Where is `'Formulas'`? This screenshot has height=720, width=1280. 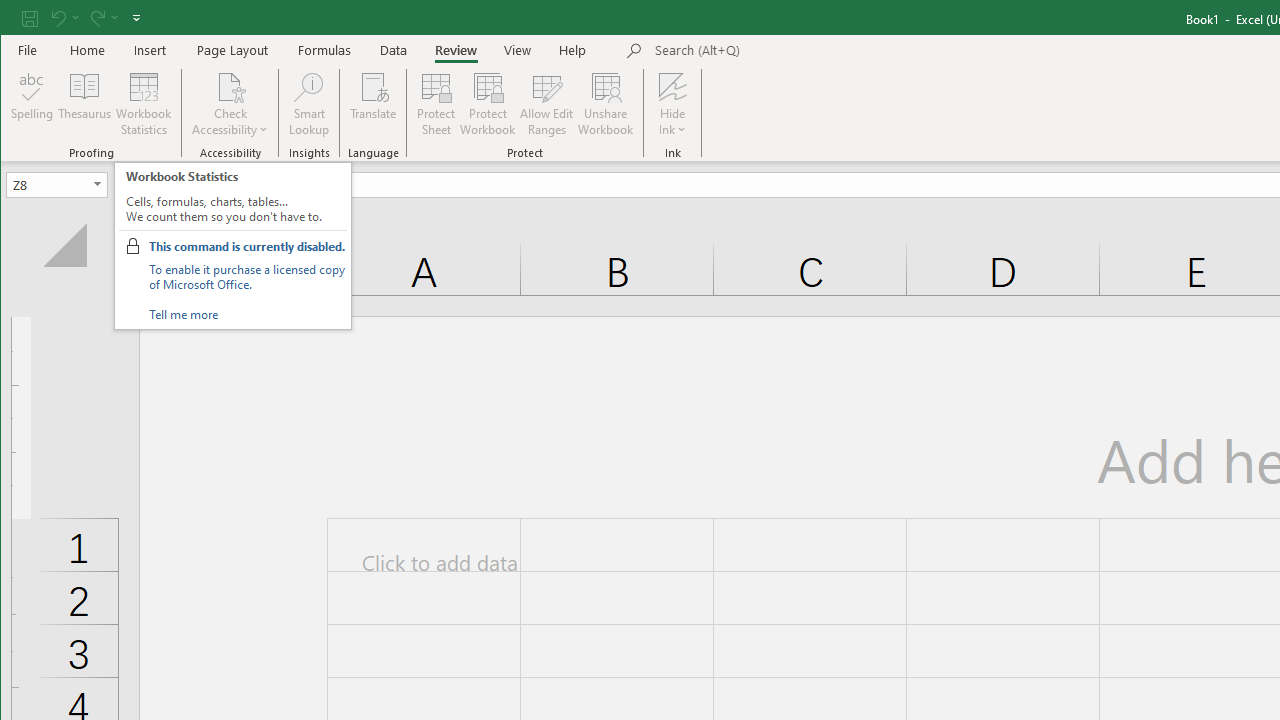
'Formulas' is located at coordinates (325, 49).